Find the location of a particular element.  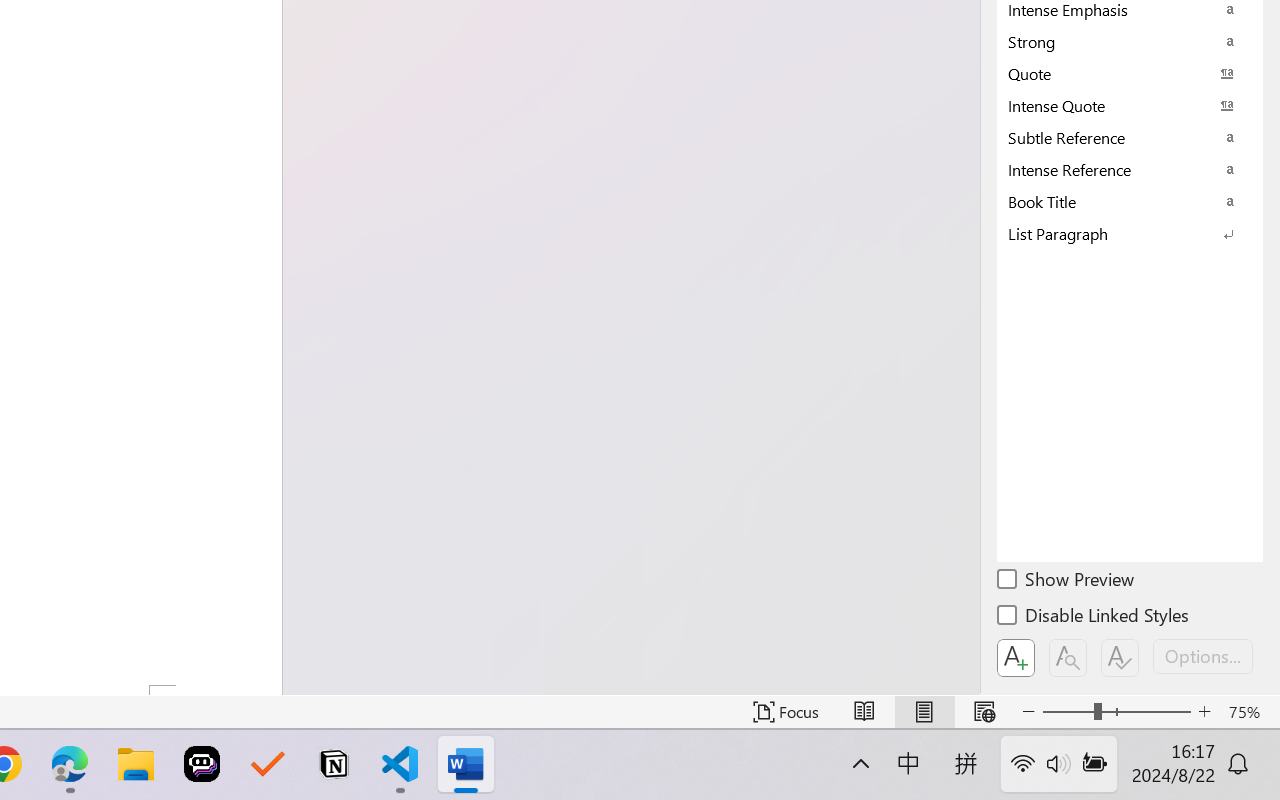

'Strong' is located at coordinates (1130, 40).